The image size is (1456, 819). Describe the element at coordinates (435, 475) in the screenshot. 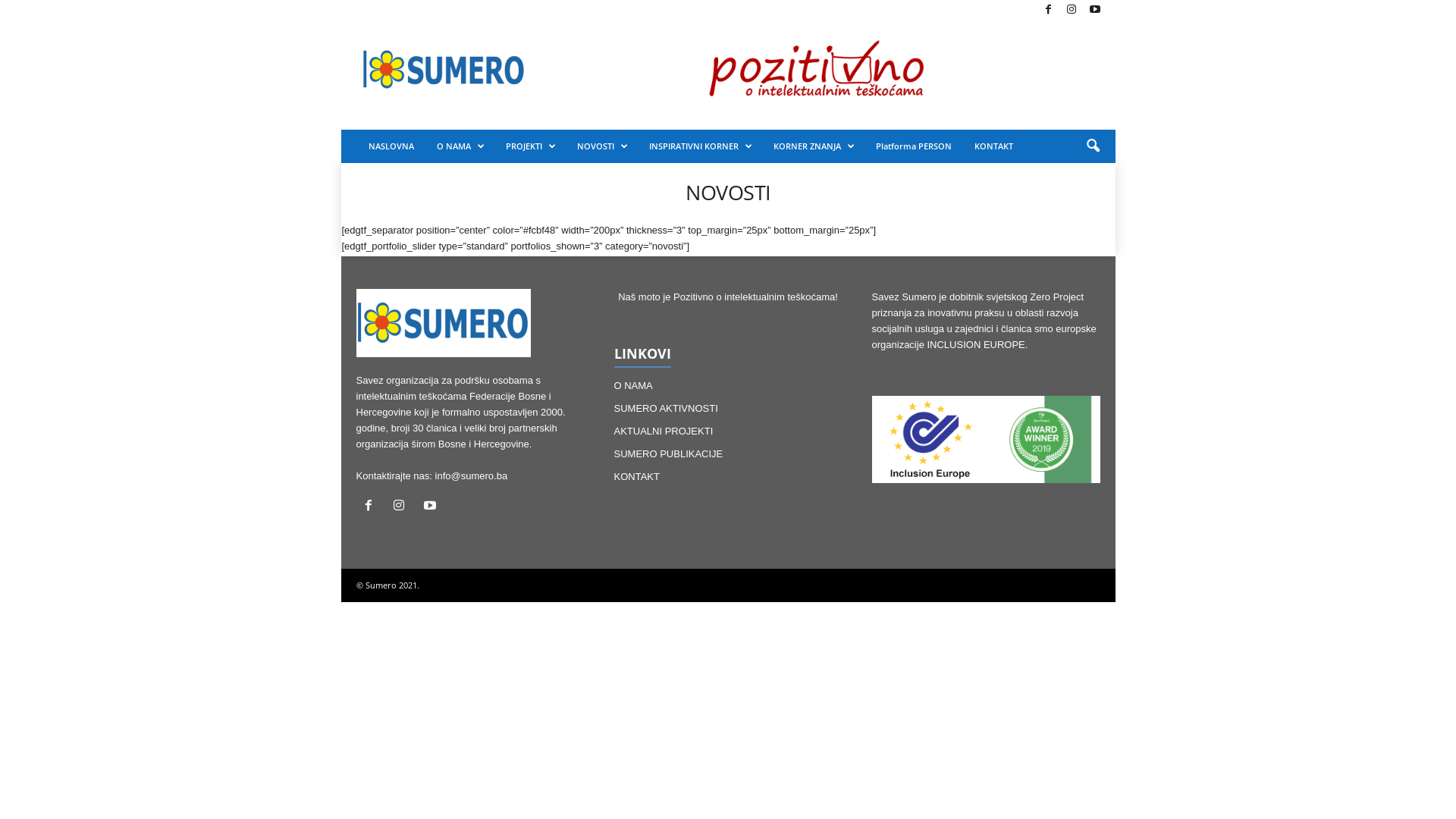

I see `'info@sumero.ba'` at that location.